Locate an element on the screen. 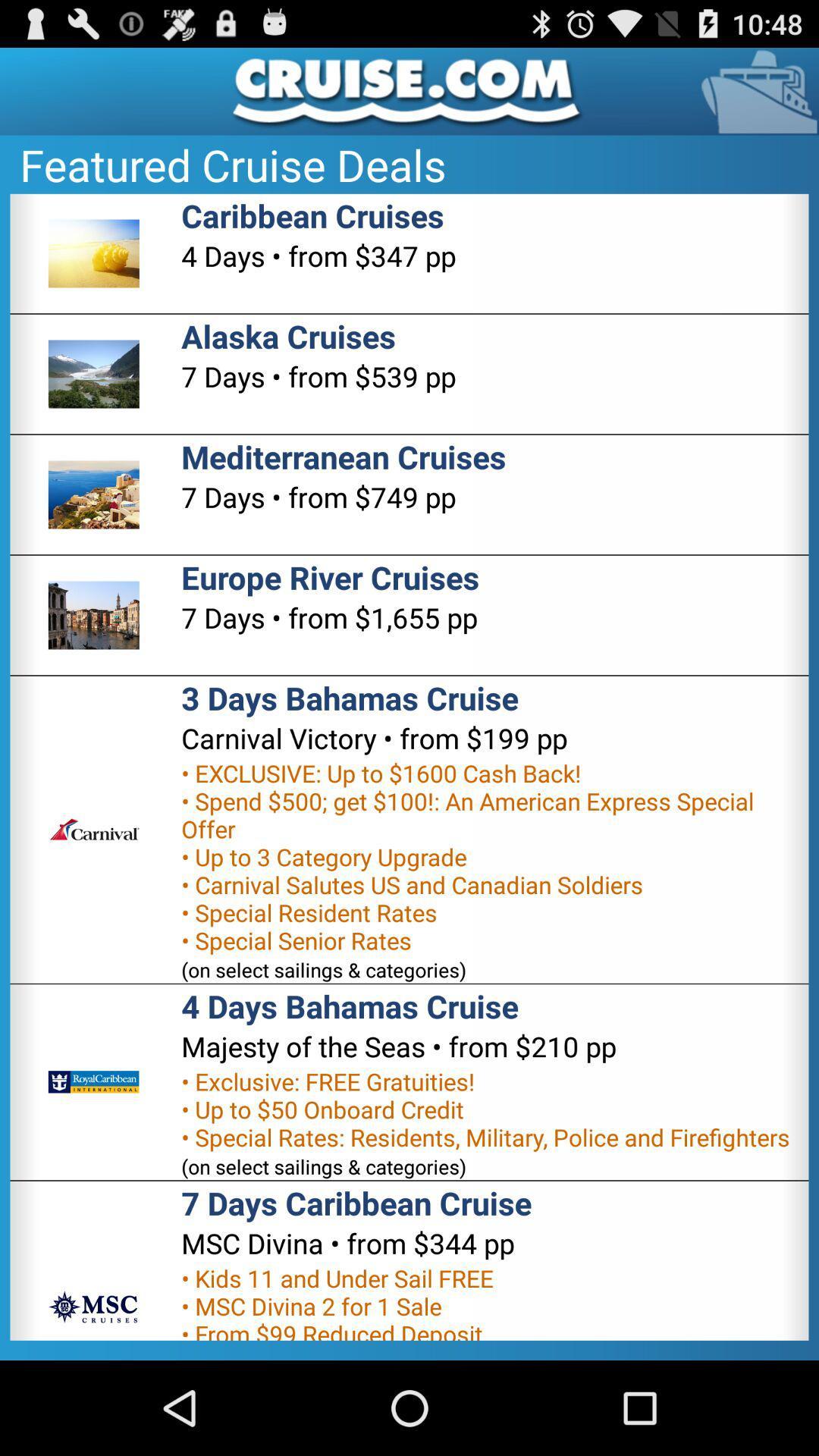  the app below the msc divina from icon is located at coordinates (364, 1300).